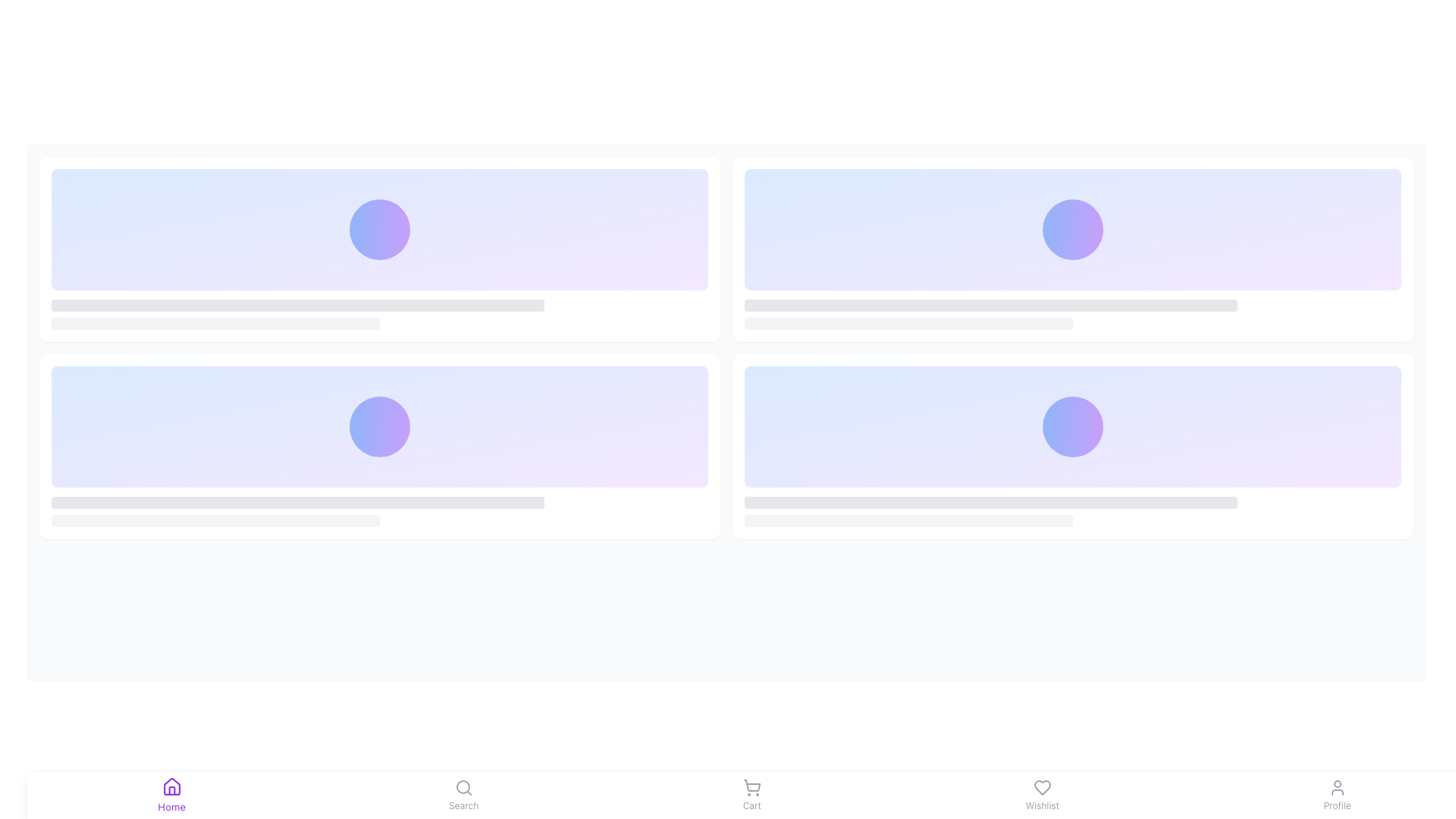 The height and width of the screenshot is (819, 1456). I want to click on the heart-shaped vector graphic icon in the bottom navigation bar under the 'Wishlist' label, so click(1041, 786).